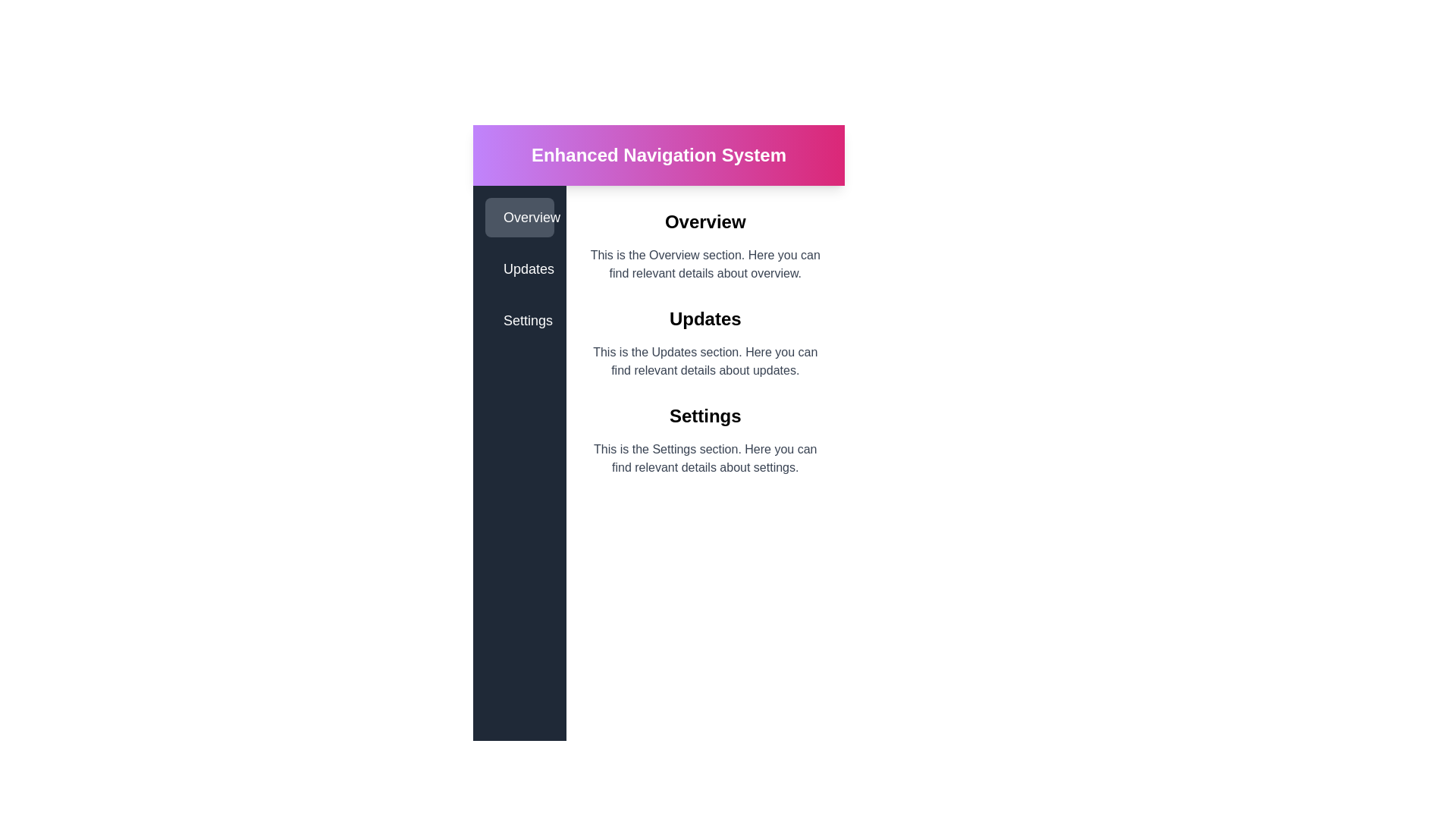  I want to click on description in the 'Settings' section, which is the third section in the vertical layout, displaying a bold title and a detailed description below, so click(704, 441).